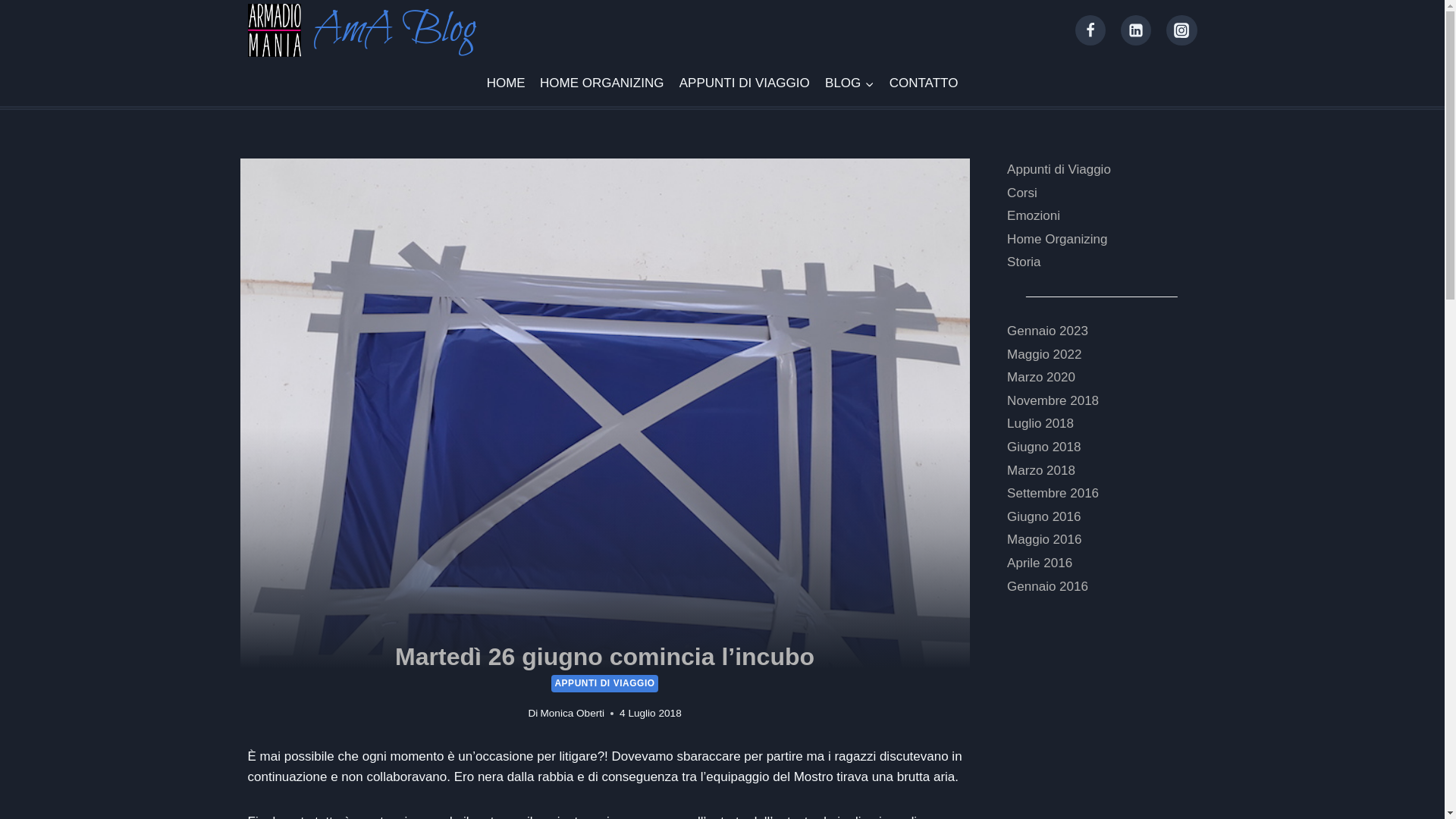 The height and width of the screenshot is (819, 1456). Describe the element at coordinates (1058, 169) in the screenshot. I see `'Appunti di Viaggio'` at that location.